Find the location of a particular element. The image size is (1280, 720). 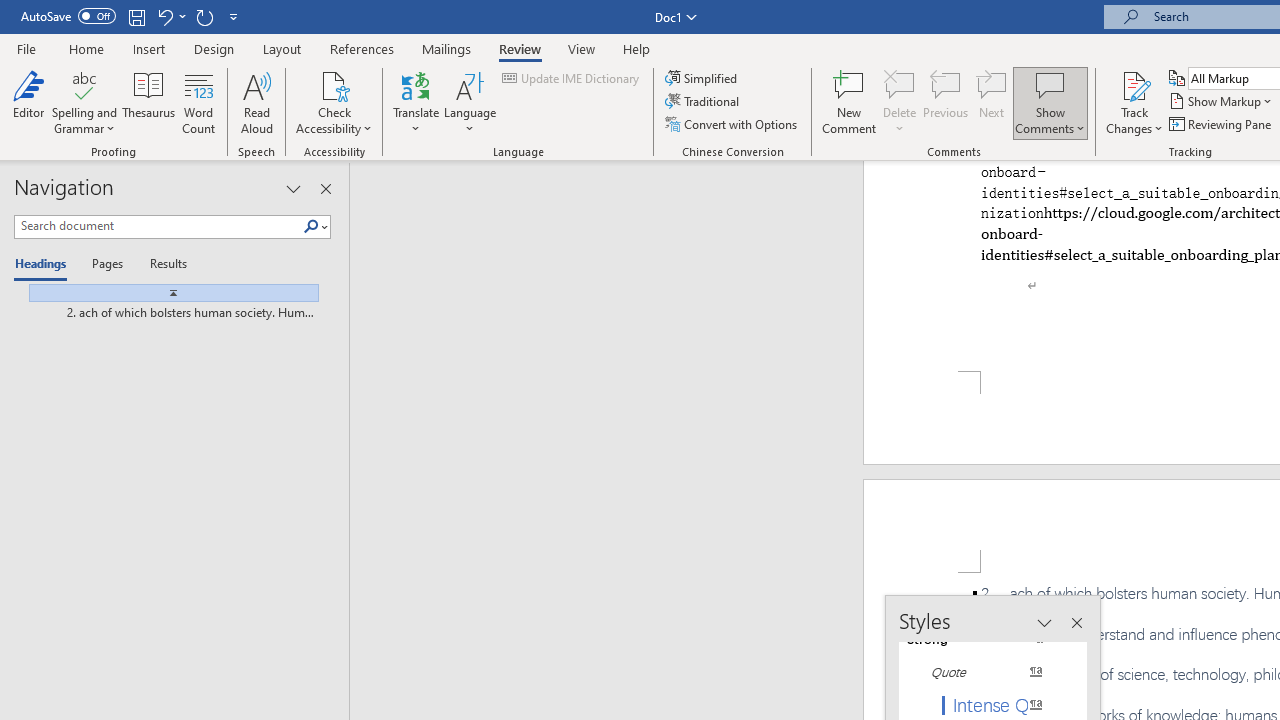

'File Tab' is located at coordinates (26, 47).